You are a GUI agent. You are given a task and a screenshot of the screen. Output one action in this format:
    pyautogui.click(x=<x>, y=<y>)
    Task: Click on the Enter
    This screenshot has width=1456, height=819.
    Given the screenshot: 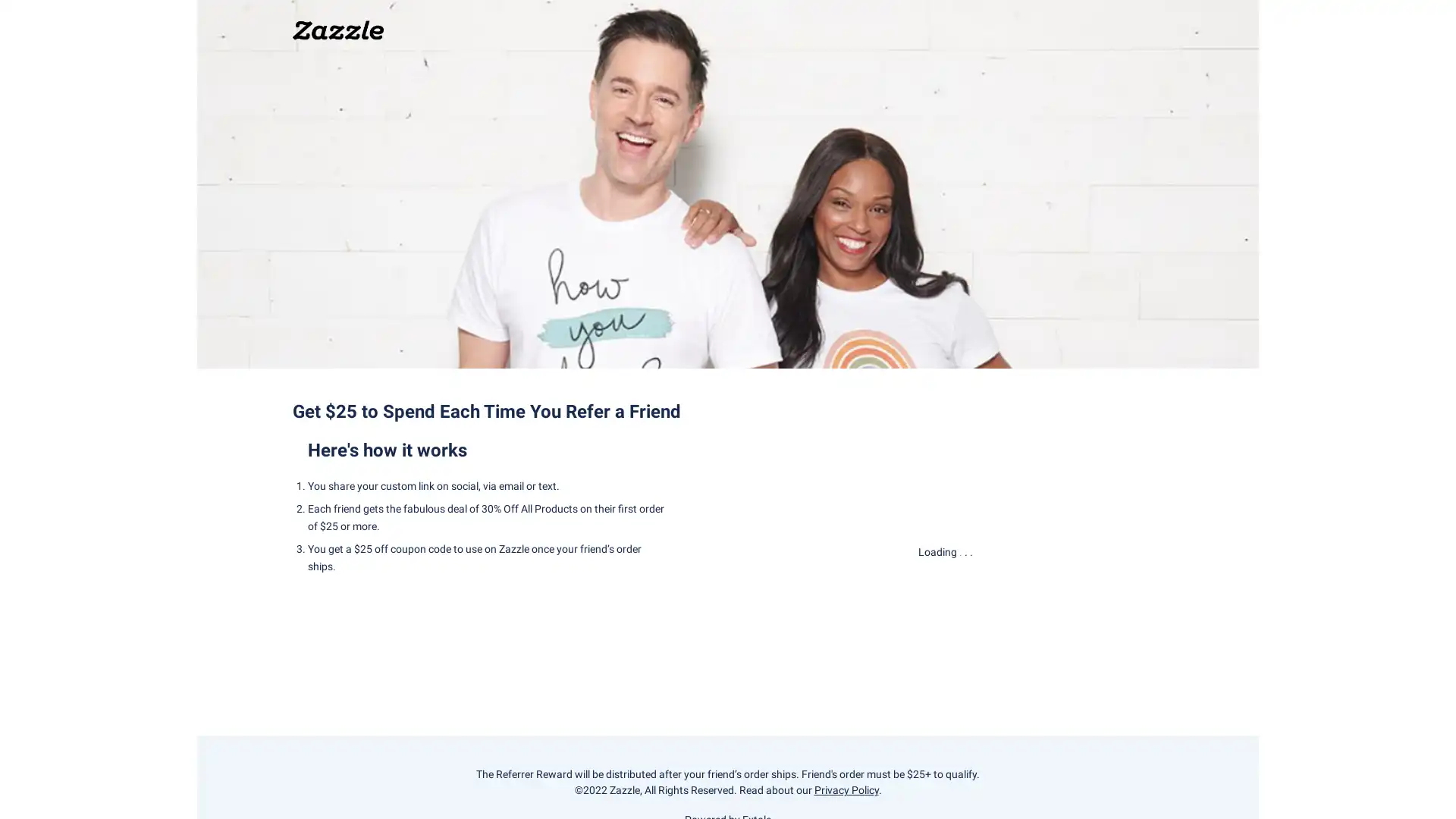 What is the action you would take?
    pyautogui.click(x=945, y=598)
    